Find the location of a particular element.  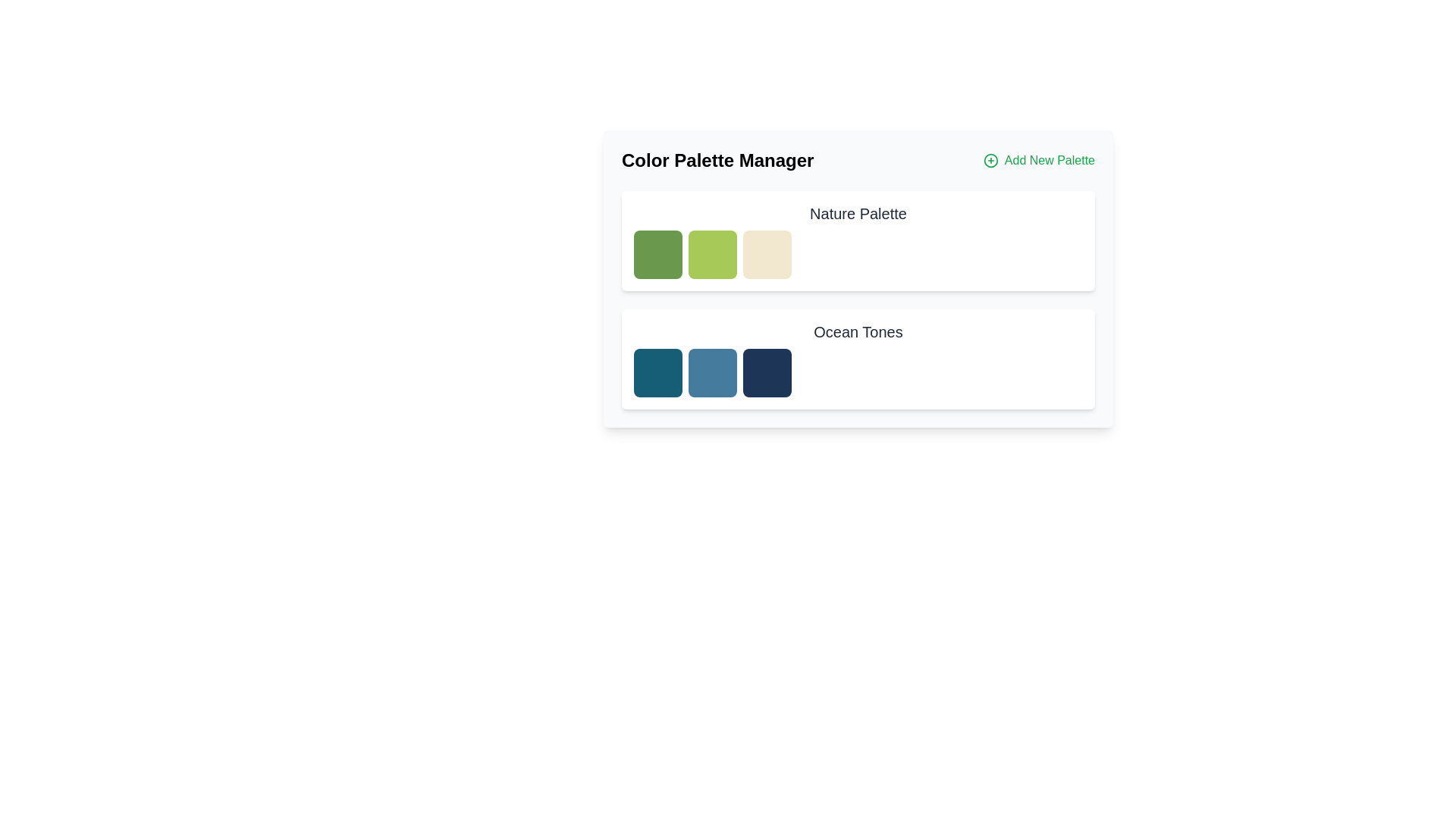

the first green color block in the Nature Palette section, which has rounded corners is located at coordinates (658, 253).